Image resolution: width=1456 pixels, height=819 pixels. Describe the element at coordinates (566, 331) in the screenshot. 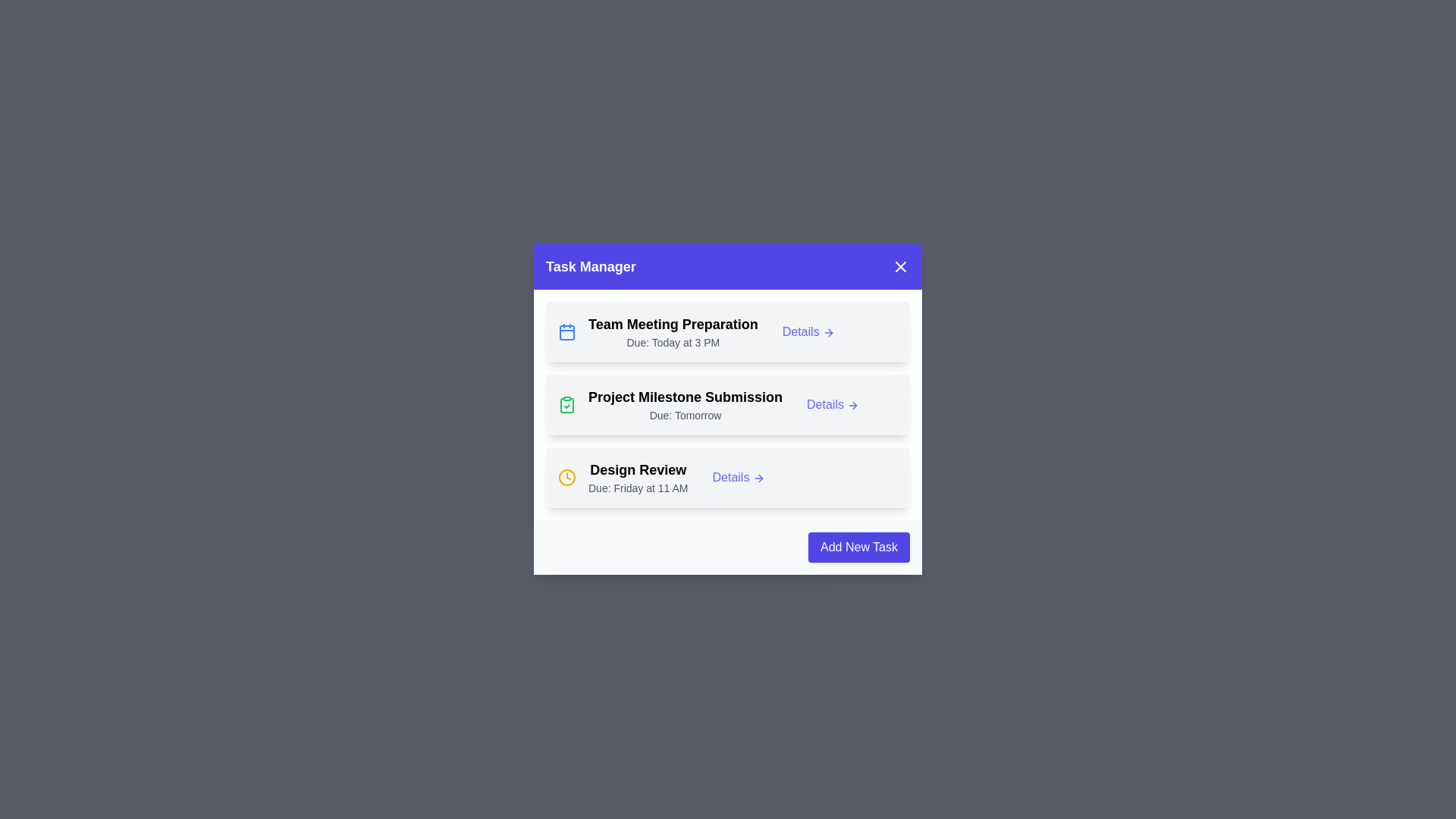

I see `the blue-outlined calendar icon with rounded corners, located to the left of the text 'Team Meeting Preparation' within a card-like structure` at that location.